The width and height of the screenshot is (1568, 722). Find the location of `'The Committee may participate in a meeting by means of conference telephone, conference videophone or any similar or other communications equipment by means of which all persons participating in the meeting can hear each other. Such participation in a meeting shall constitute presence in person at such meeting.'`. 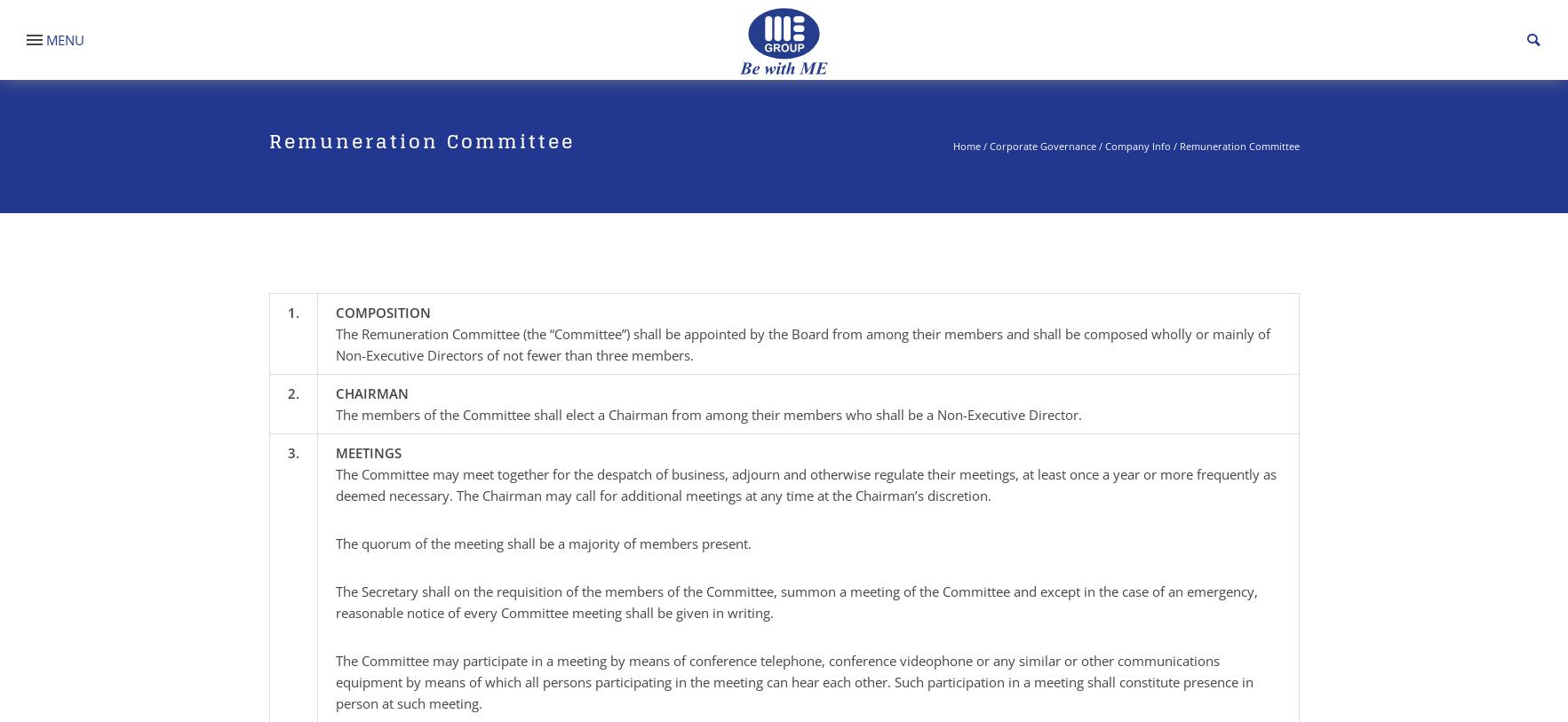

'The Committee may participate in a meeting by means of conference telephone, conference videophone or any similar or other communications equipment by means of which all persons participating in the meeting can hear each other. Such participation in a meeting shall constitute presence in person at such meeting.' is located at coordinates (793, 681).